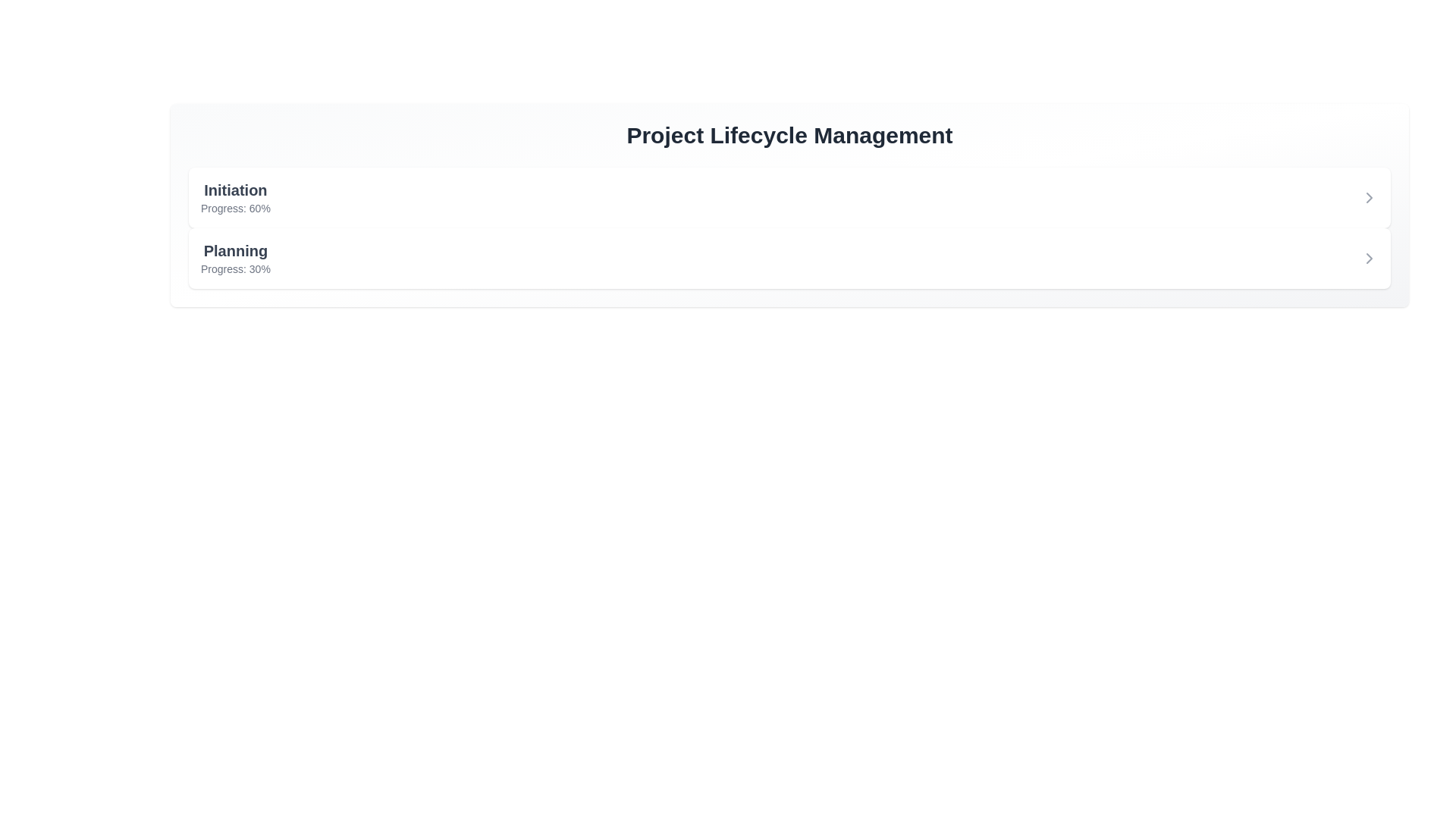 Image resolution: width=1456 pixels, height=819 pixels. Describe the element at coordinates (234, 257) in the screenshot. I see `the Text Block element displaying 'Planning' in bold gray font and 'Progress: 30%' in smaller light-gray font, located under the 'Initiation' heading` at that location.